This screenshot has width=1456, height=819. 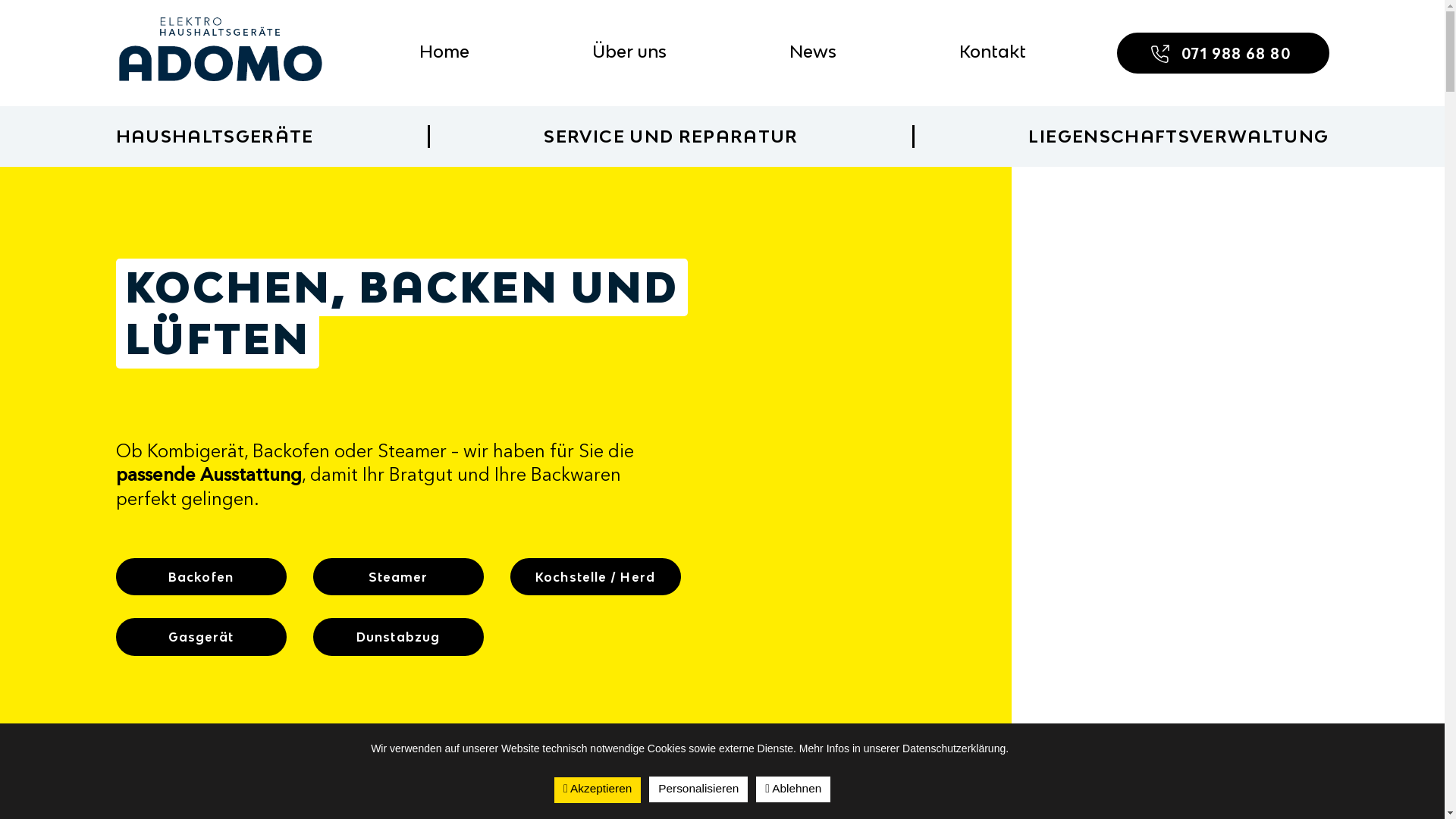 What do you see at coordinates (199, 576) in the screenshot?
I see `'Backofen'` at bounding box center [199, 576].